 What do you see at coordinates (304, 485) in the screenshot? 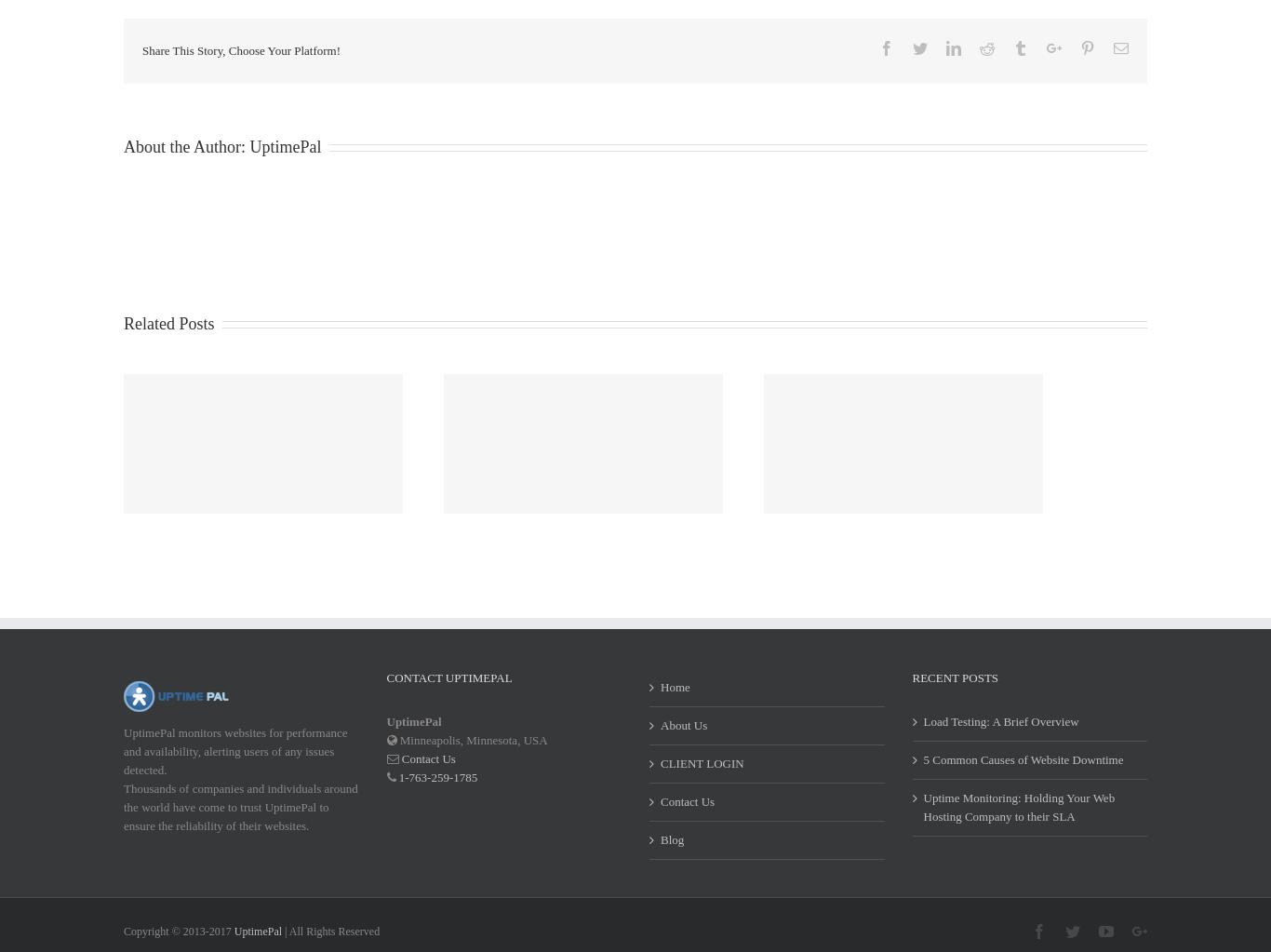
I see `'How Frequently Should You Monitor Your Website?'` at bounding box center [304, 485].